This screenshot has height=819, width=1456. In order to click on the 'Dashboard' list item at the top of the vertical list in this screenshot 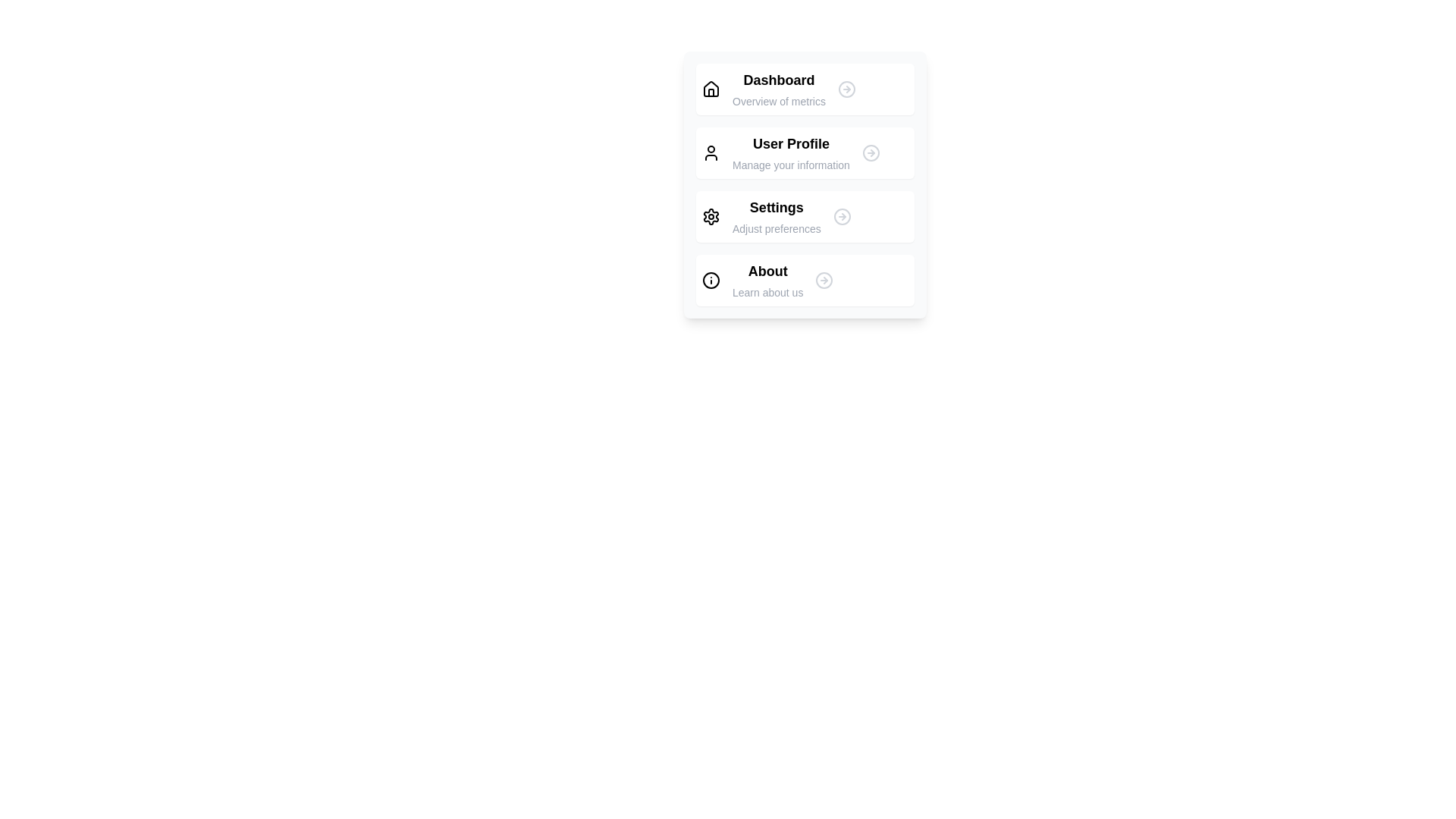, I will do `click(804, 89)`.